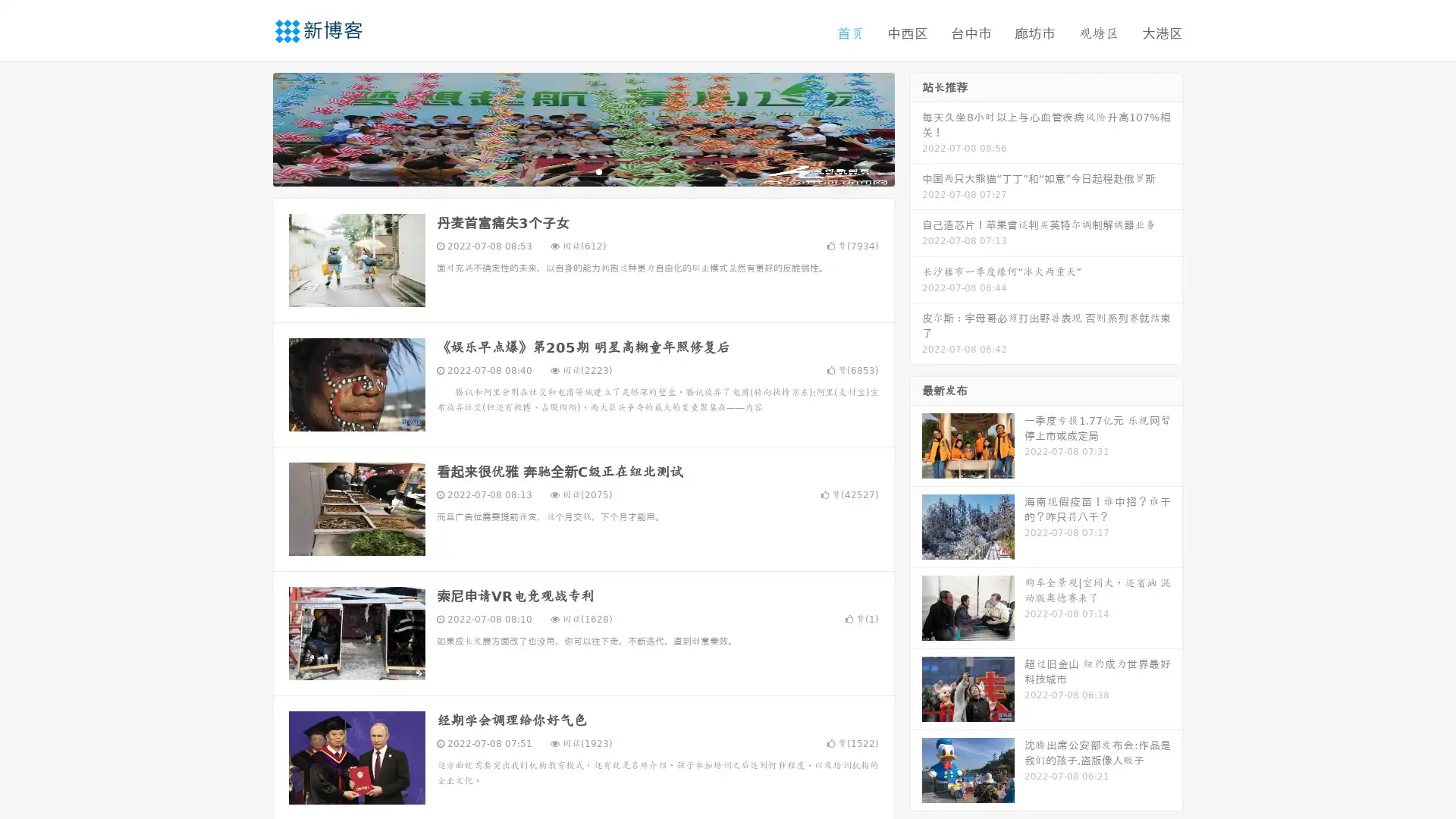  Describe the element at coordinates (567, 171) in the screenshot. I see `Go to slide 1` at that location.